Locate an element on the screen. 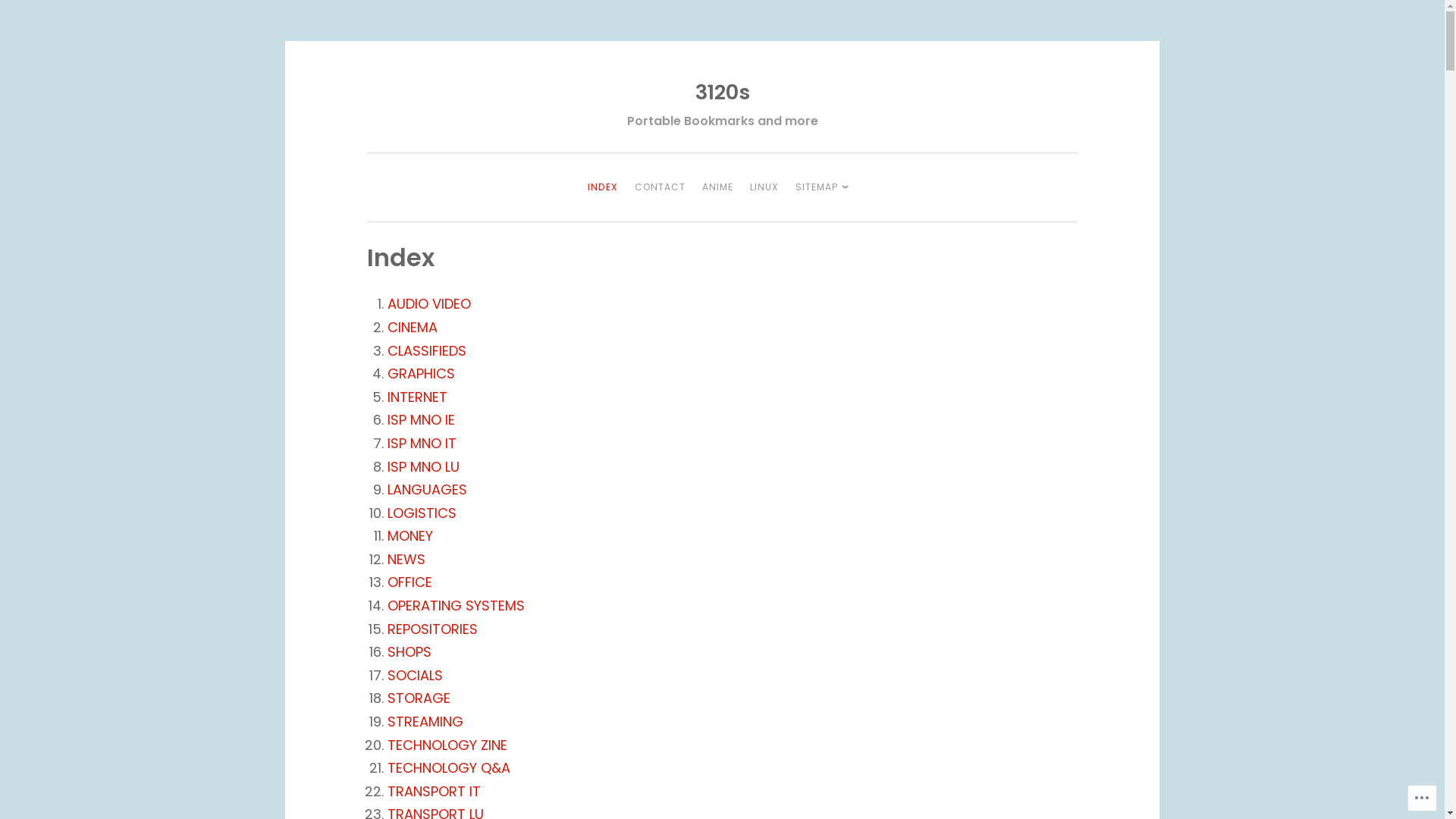 This screenshot has height=819, width=1456. 'CONTACT' is located at coordinates (660, 186).